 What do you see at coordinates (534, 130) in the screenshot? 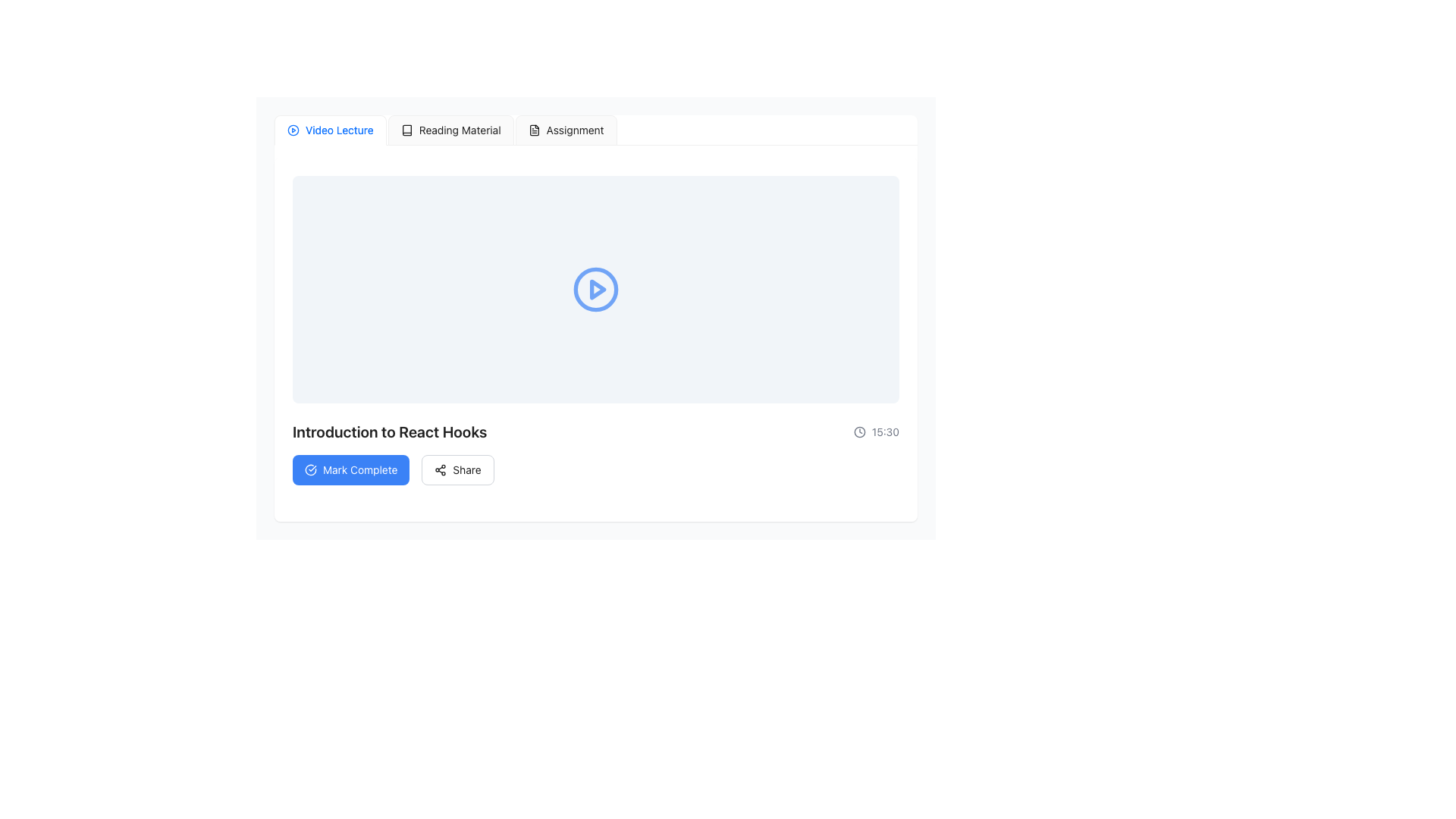
I see `the 'Assignment' tab icon located between the 'Reading Material' tab and the 'Video Lecture' tab in the top navigation interface` at bounding box center [534, 130].